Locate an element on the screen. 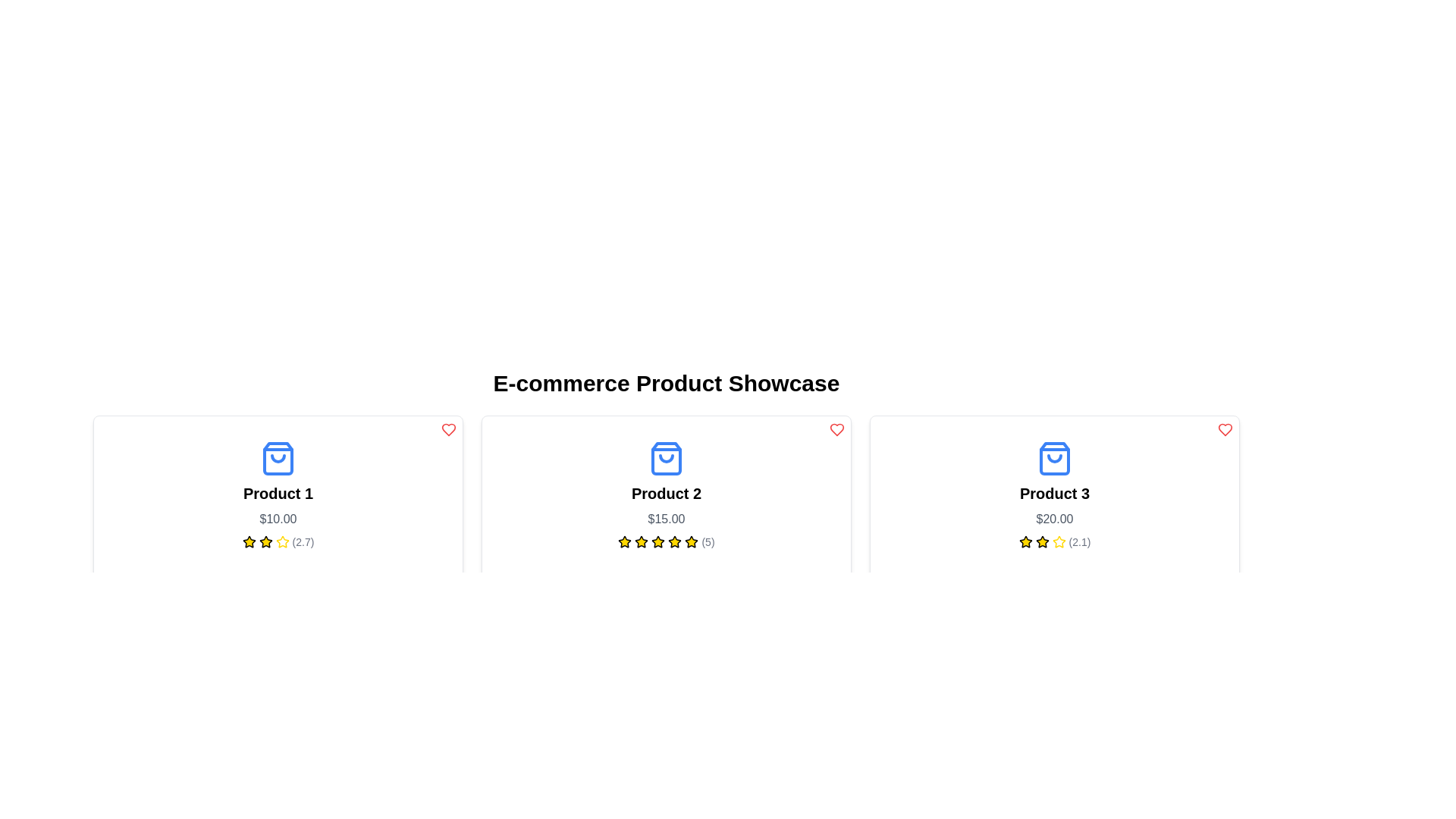 This screenshot has width=1456, height=819. the small text component displaying the value '(5)' which is located below the product name and price, next to the star rating icons is located at coordinates (708, 541).